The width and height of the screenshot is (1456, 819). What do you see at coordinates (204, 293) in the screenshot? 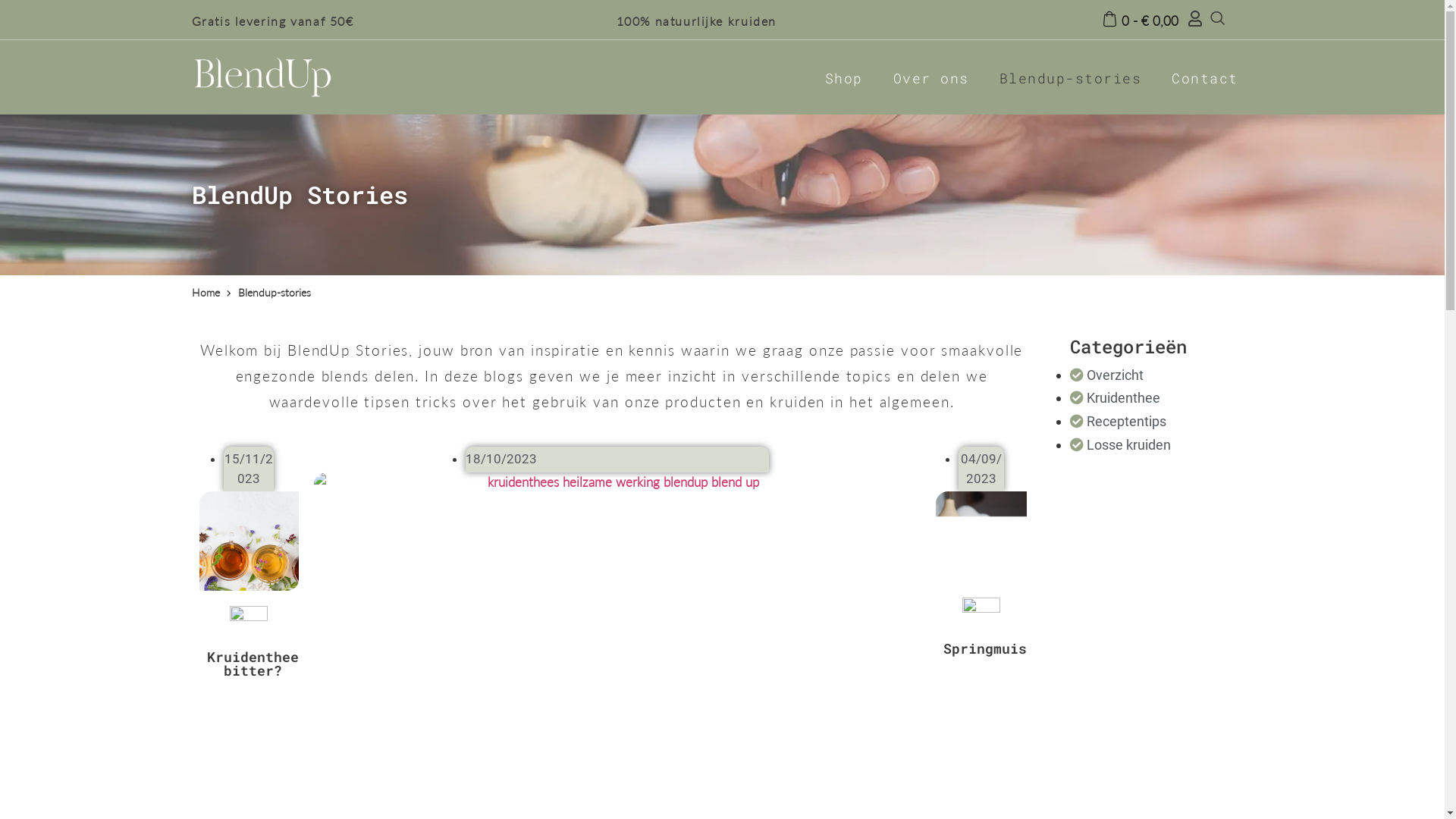
I see `'Home'` at bounding box center [204, 293].